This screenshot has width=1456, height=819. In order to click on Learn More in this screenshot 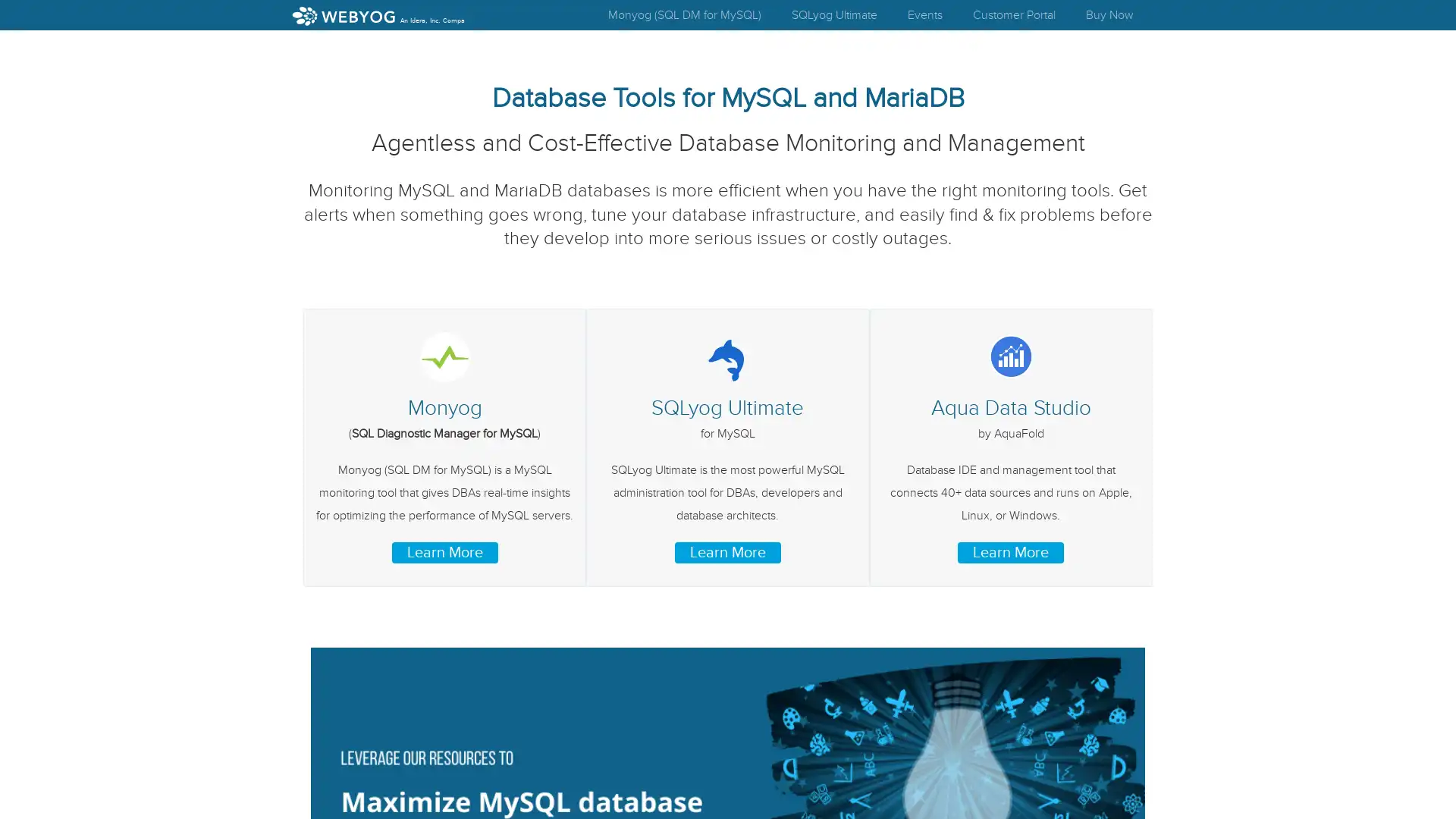, I will do `click(726, 553)`.